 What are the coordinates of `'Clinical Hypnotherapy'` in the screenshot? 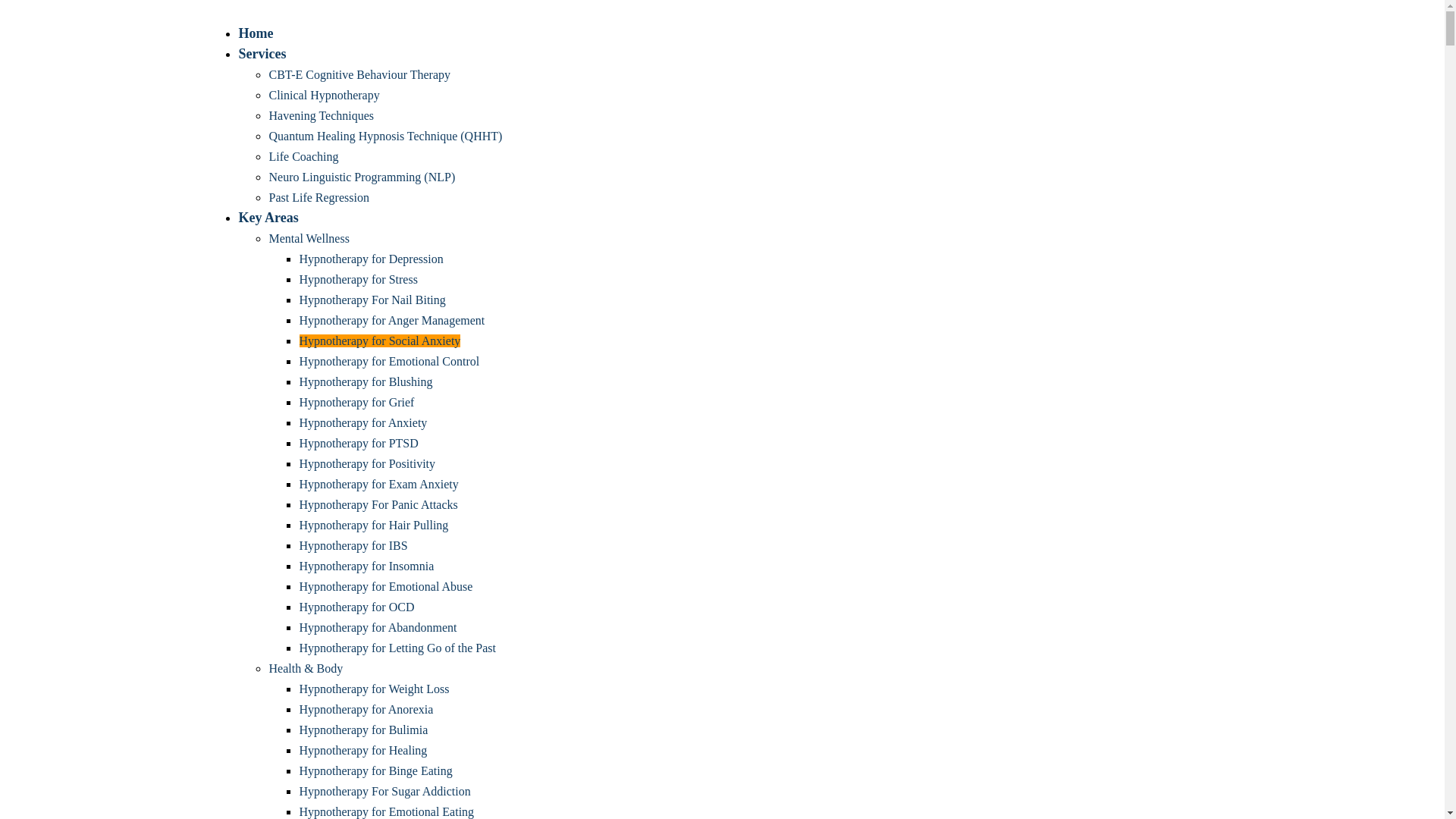 It's located at (323, 95).